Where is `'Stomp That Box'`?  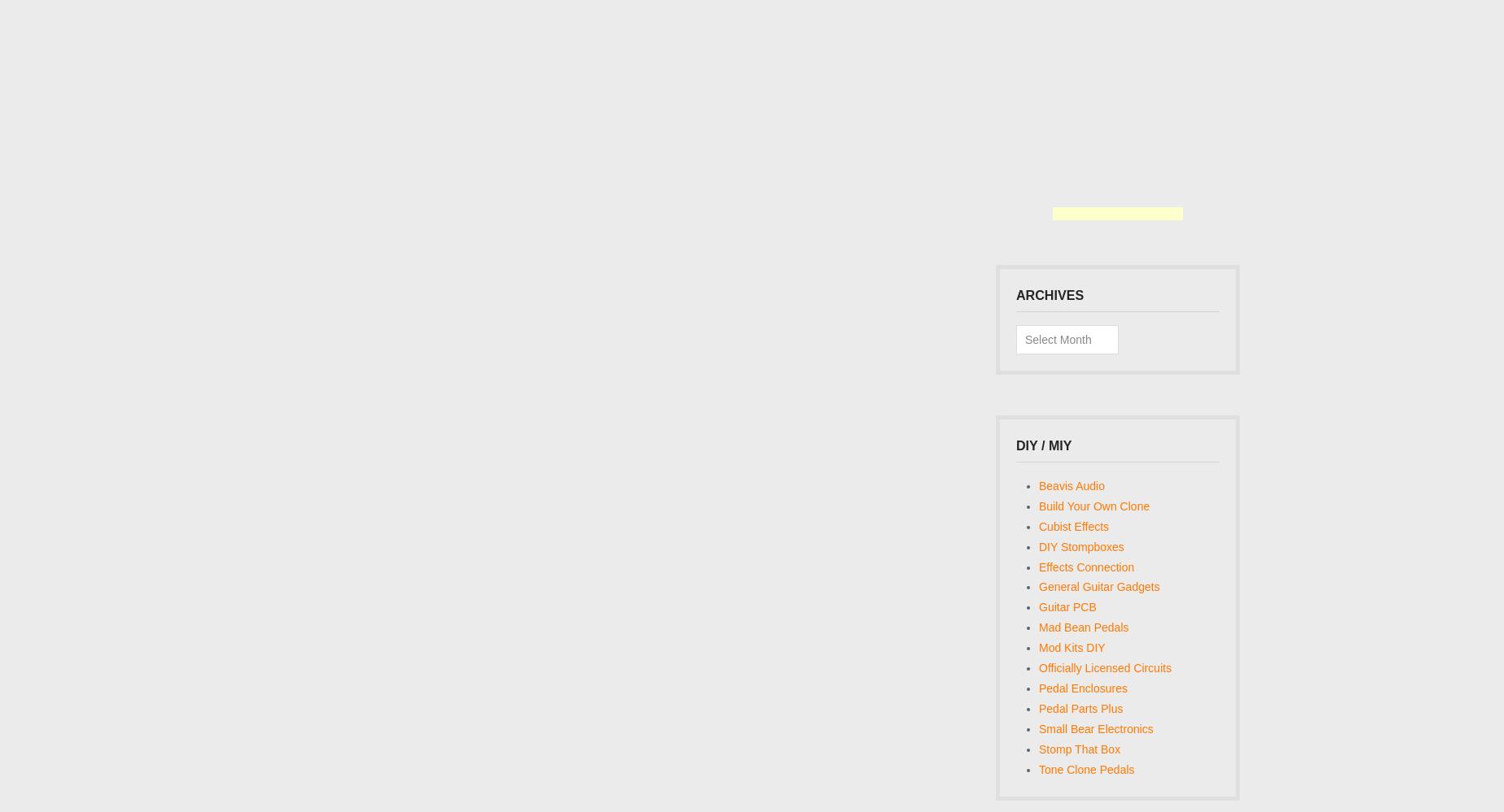
'Stomp That Box' is located at coordinates (1078, 749).